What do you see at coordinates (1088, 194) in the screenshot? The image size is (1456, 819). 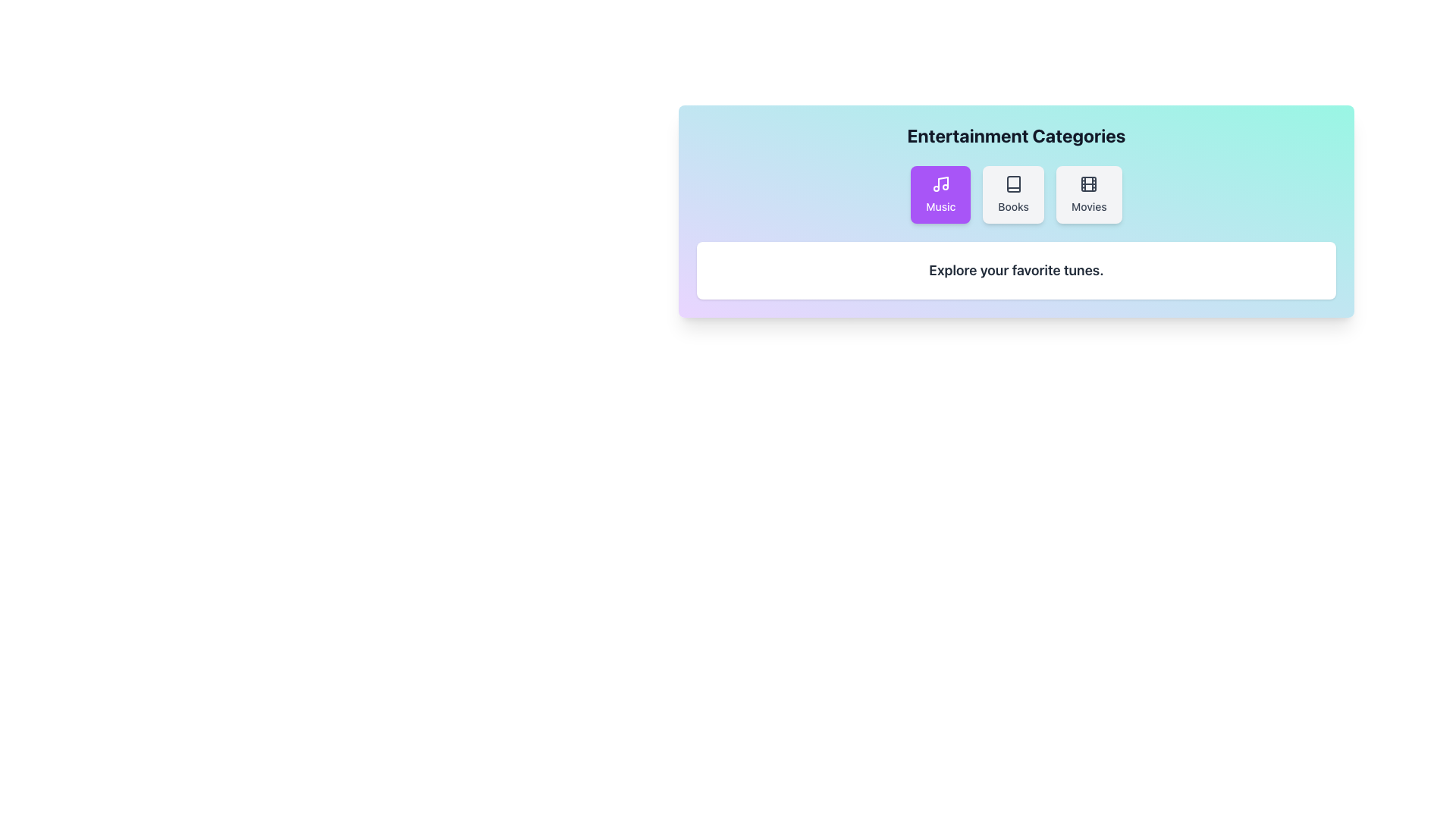 I see `the 'Movies' button located below the header text 'Entertainment Categories' and to the right of the 'Books' button` at bounding box center [1088, 194].